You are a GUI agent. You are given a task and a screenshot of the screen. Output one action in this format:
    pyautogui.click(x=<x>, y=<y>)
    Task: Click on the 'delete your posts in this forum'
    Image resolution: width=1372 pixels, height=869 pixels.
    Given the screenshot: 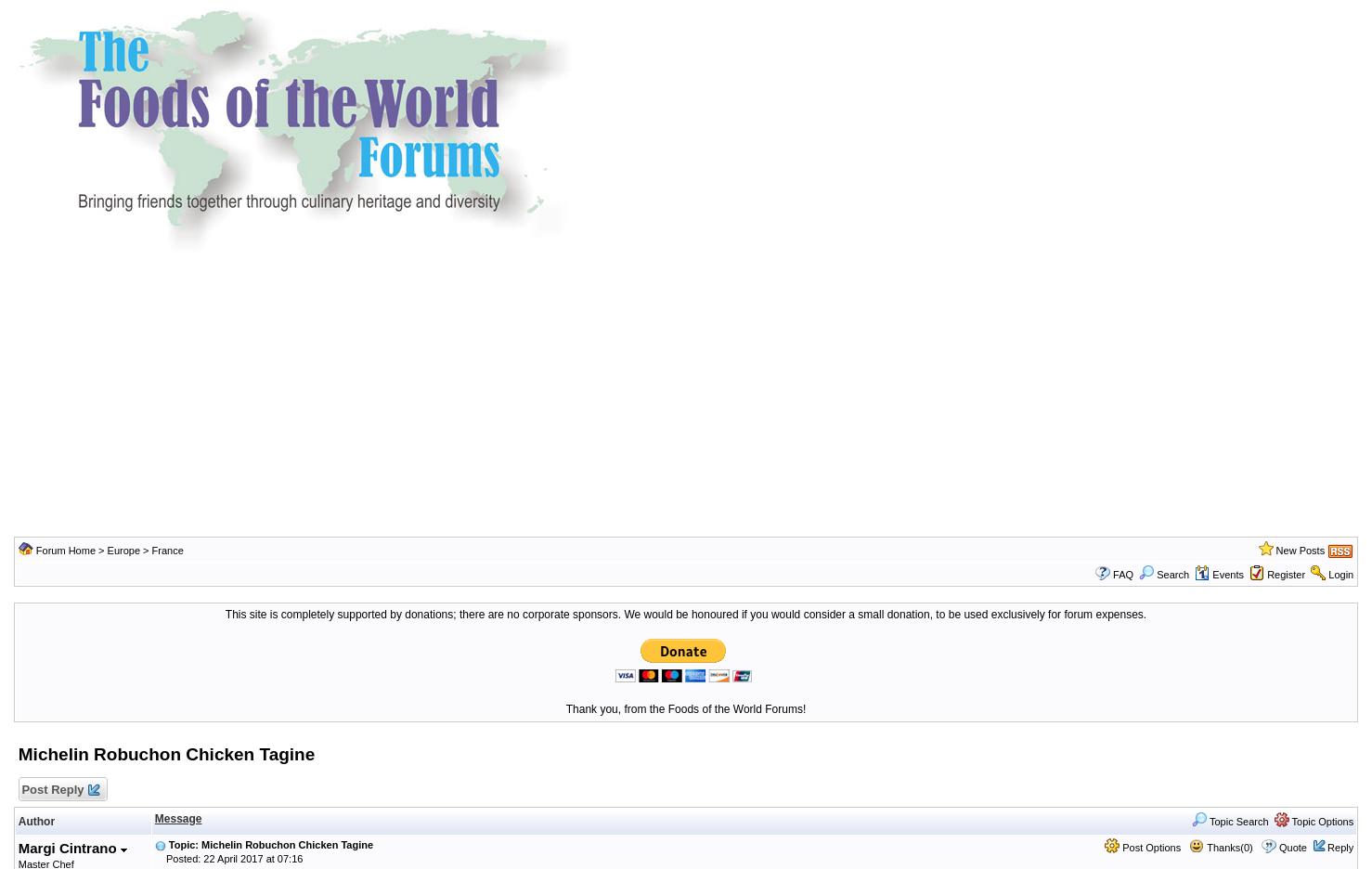 What is the action you would take?
    pyautogui.click(x=123, y=32)
    